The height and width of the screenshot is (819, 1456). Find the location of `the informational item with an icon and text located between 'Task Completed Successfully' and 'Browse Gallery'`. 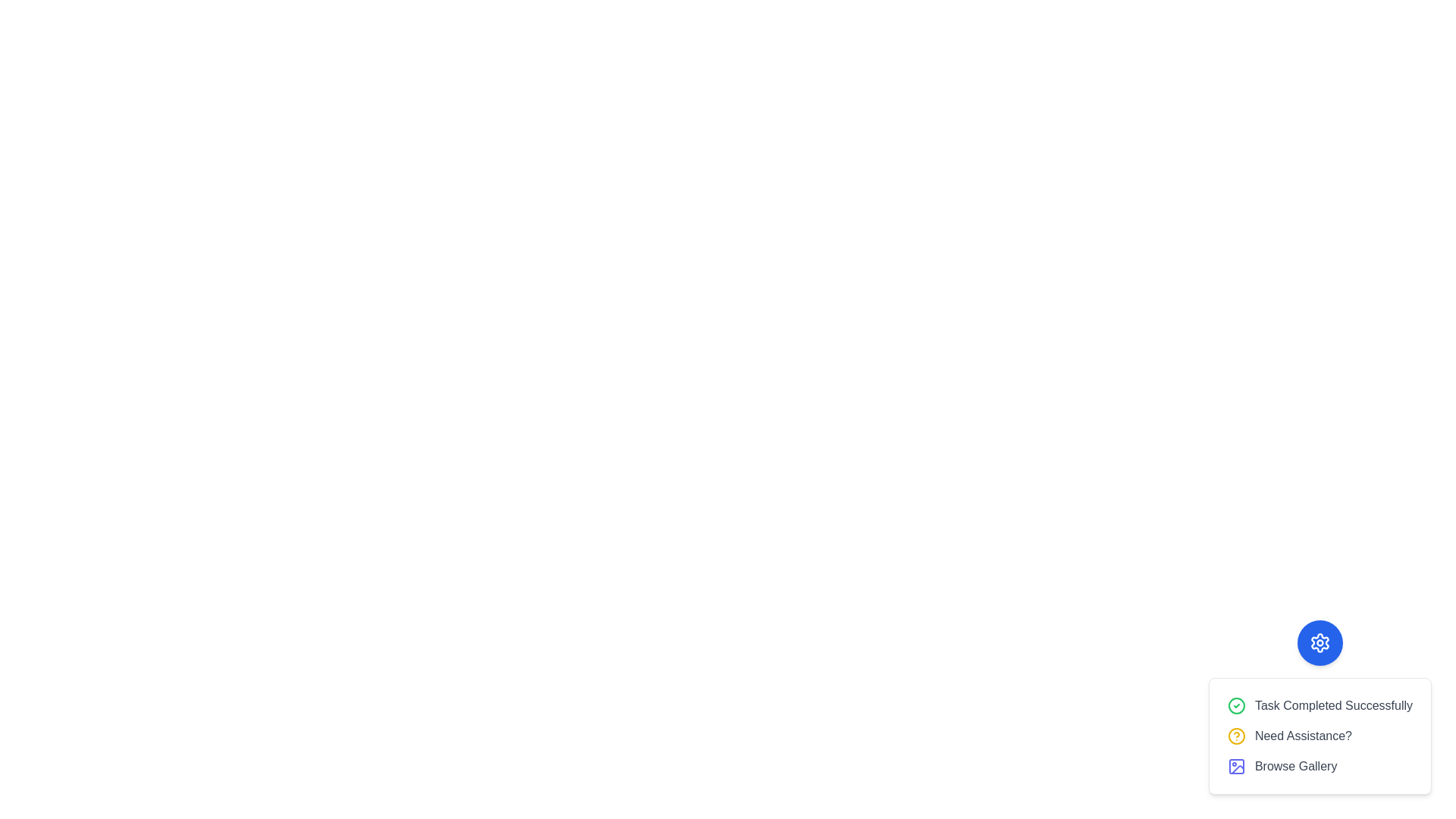

the informational item with an icon and text located between 'Task Completed Successfully' and 'Browse Gallery' is located at coordinates (1319, 736).